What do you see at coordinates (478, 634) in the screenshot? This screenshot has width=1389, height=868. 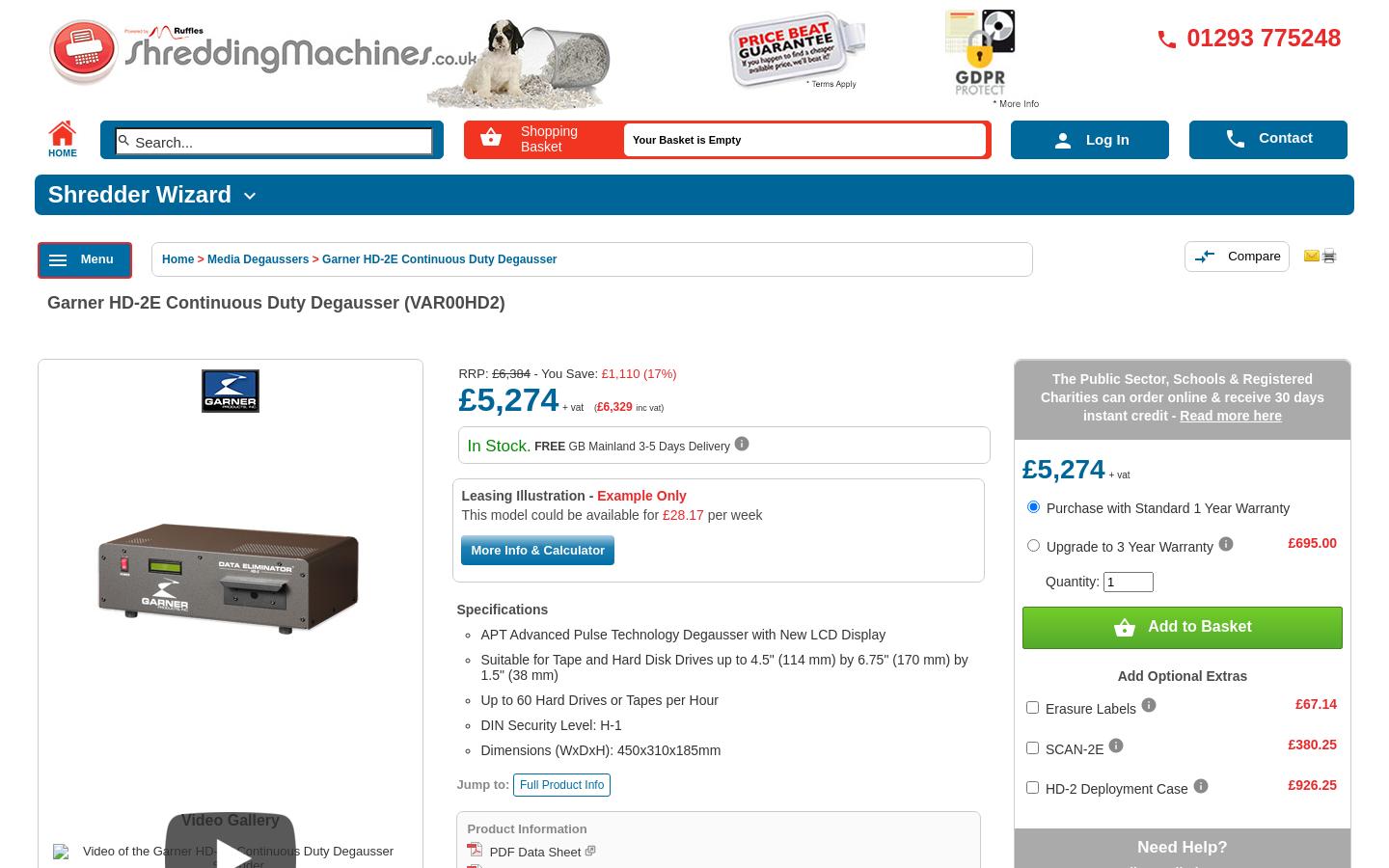 I see `'APT Advanced Pulse Technology Degausser with New LCD Display'` at bounding box center [478, 634].